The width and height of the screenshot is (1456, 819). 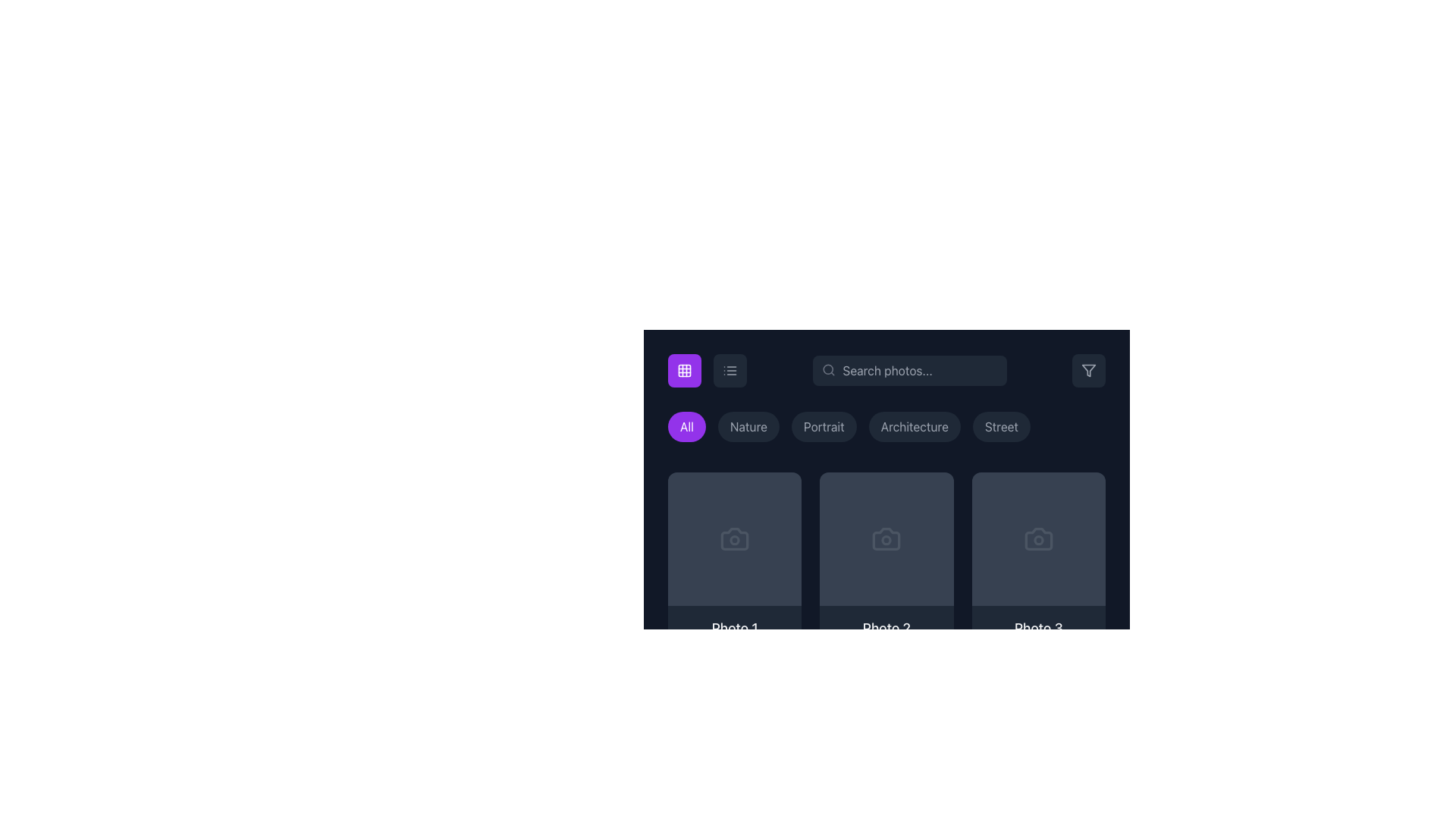 I want to click on the circular download button with a slightly transparent white background located in the upper-middle section of the card to initiate a download, so click(x=735, y=538).